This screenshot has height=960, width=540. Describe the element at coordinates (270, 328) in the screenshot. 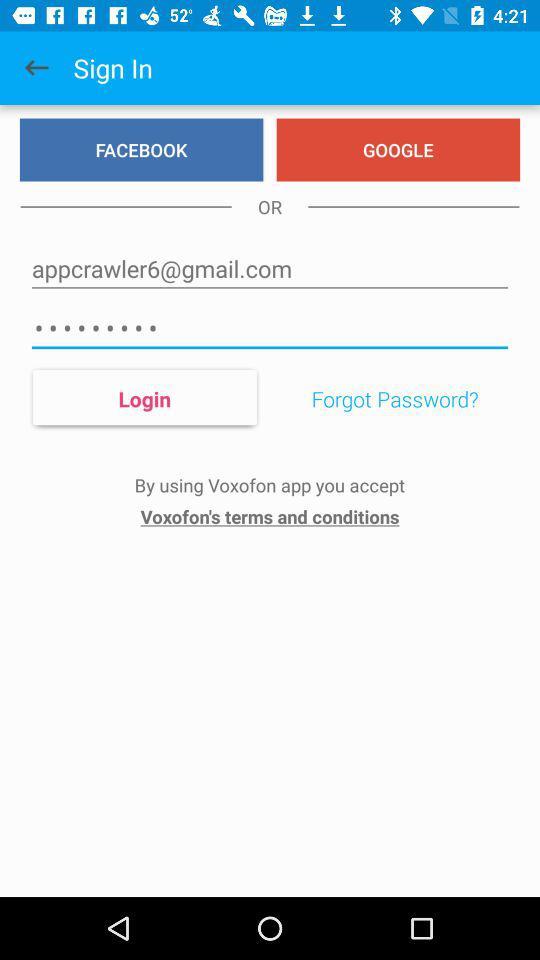

I see `icon below appcrawler6@gmail.com item` at that location.